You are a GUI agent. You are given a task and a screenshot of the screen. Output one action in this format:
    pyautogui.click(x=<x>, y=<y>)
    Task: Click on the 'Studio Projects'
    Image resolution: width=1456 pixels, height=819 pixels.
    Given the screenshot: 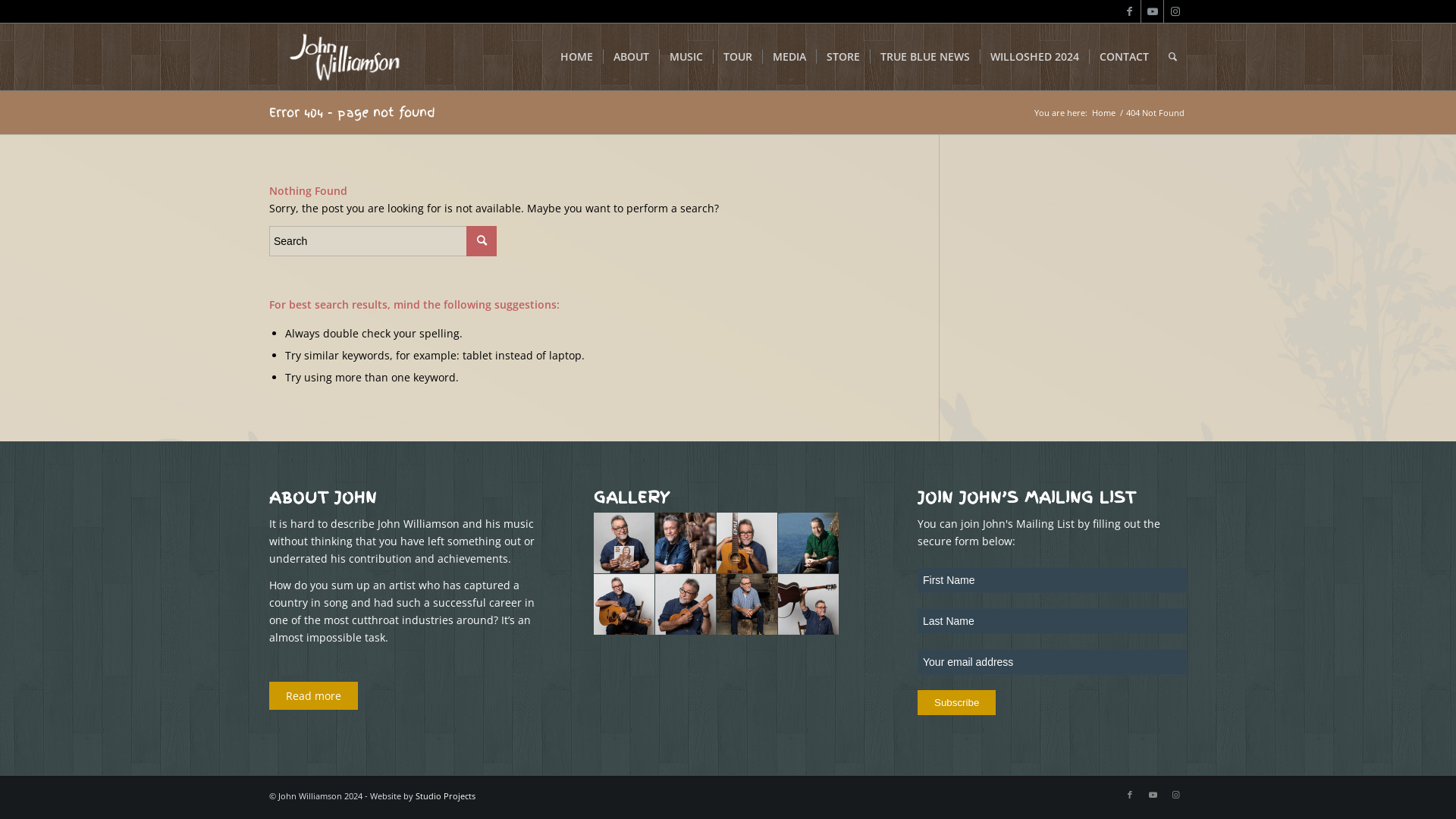 What is the action you would take?
    pyautogui.click(x=444, y=795)
    